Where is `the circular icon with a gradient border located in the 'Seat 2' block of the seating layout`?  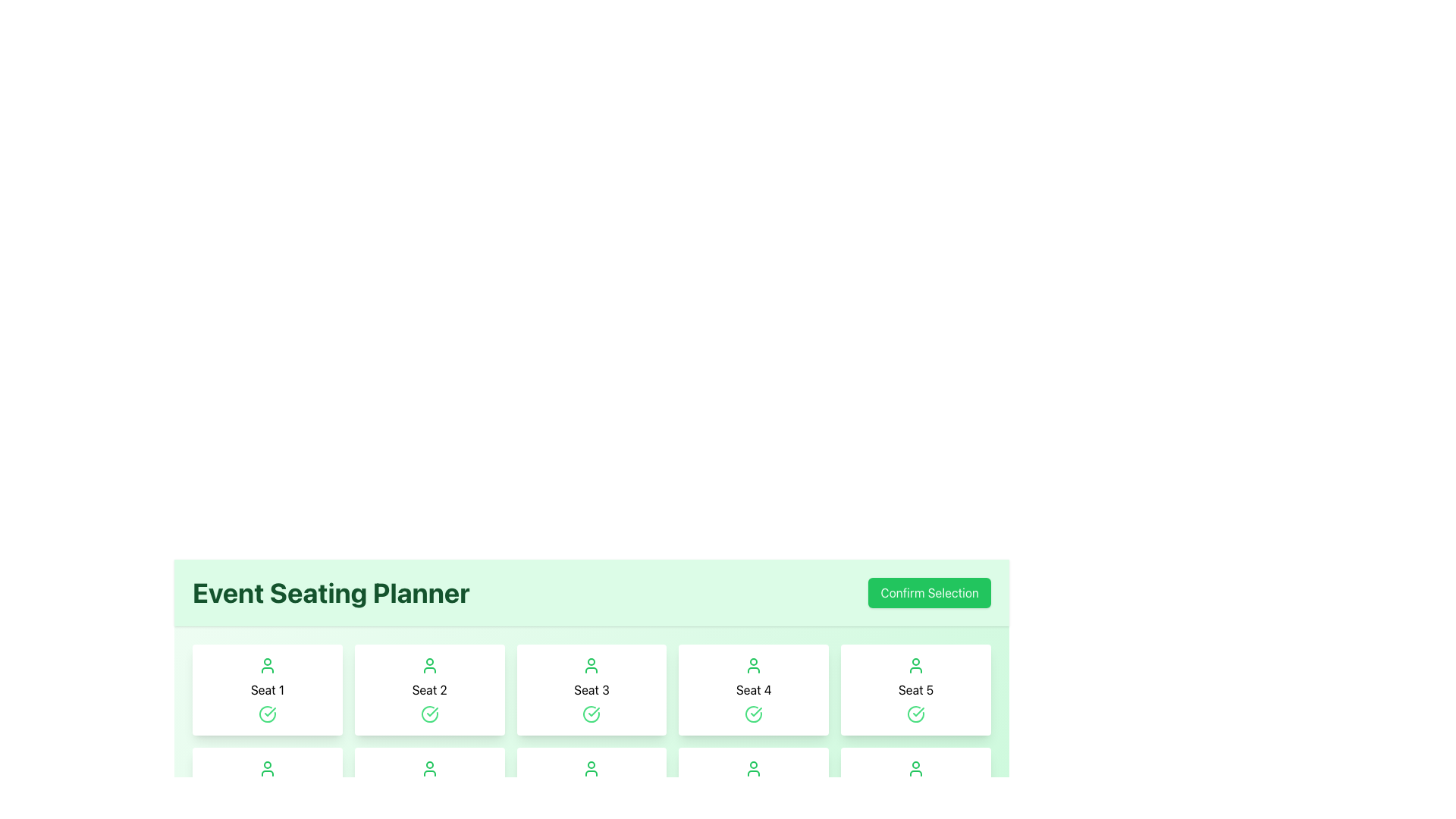
the circular icon with a gradient border located in the 'Seat 2' block of the seating layout is located at coordinates (428, 714).